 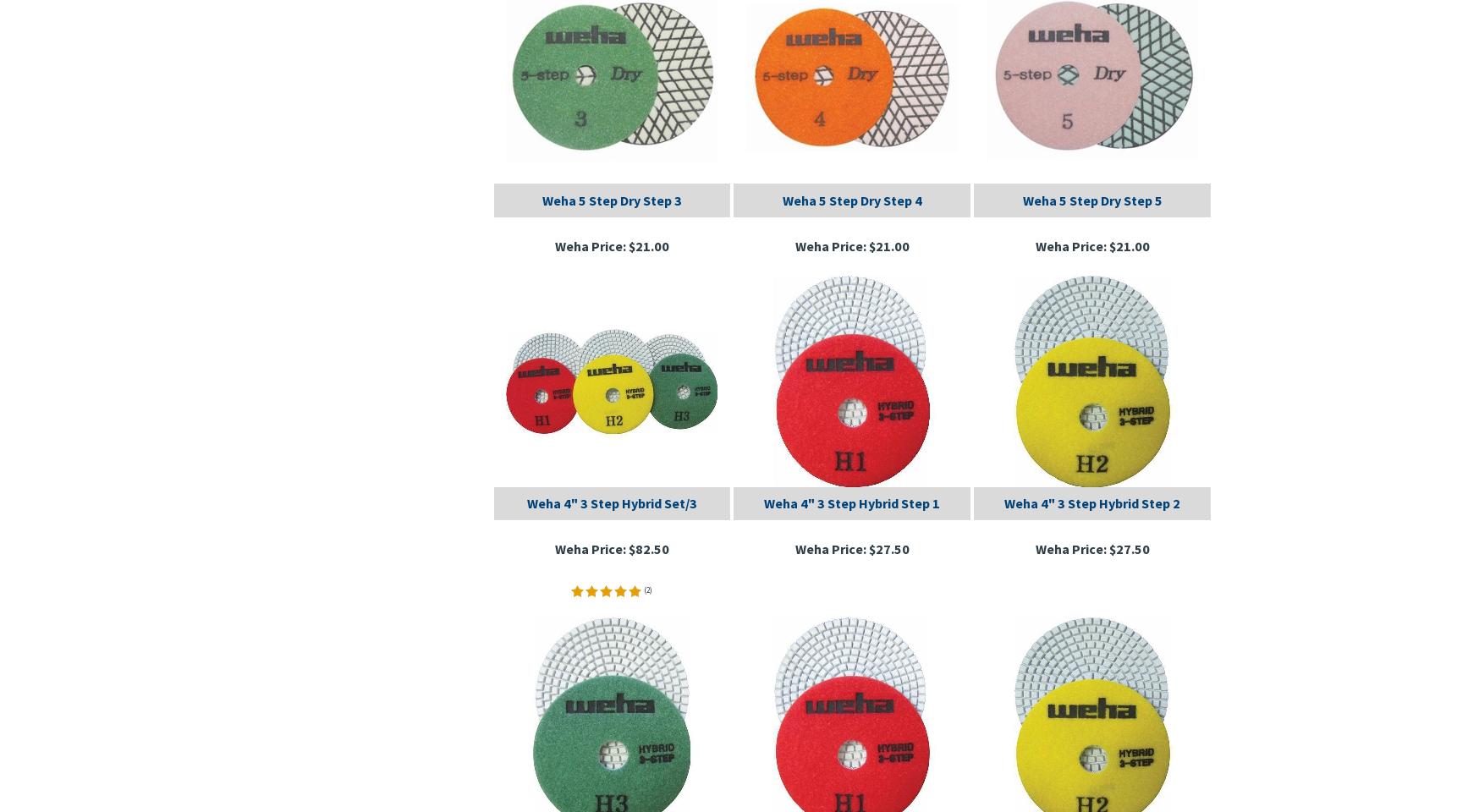 What do you see at coordinates (646, 547) in the screenshot?
I see `'$82.50'` at bounding box center [646, 547].